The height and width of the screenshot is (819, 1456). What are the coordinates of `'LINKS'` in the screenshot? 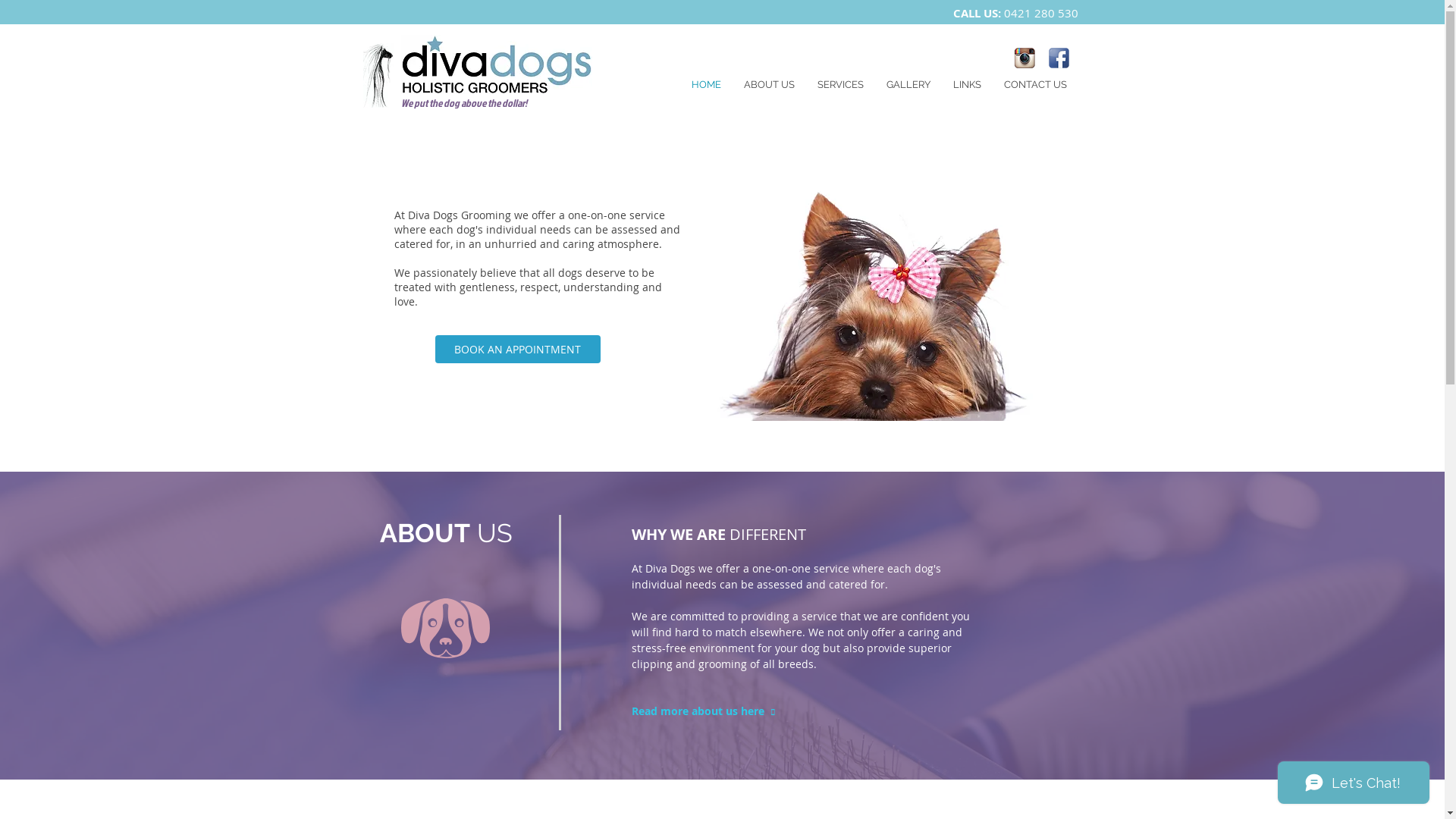 It's located at (966, 84).